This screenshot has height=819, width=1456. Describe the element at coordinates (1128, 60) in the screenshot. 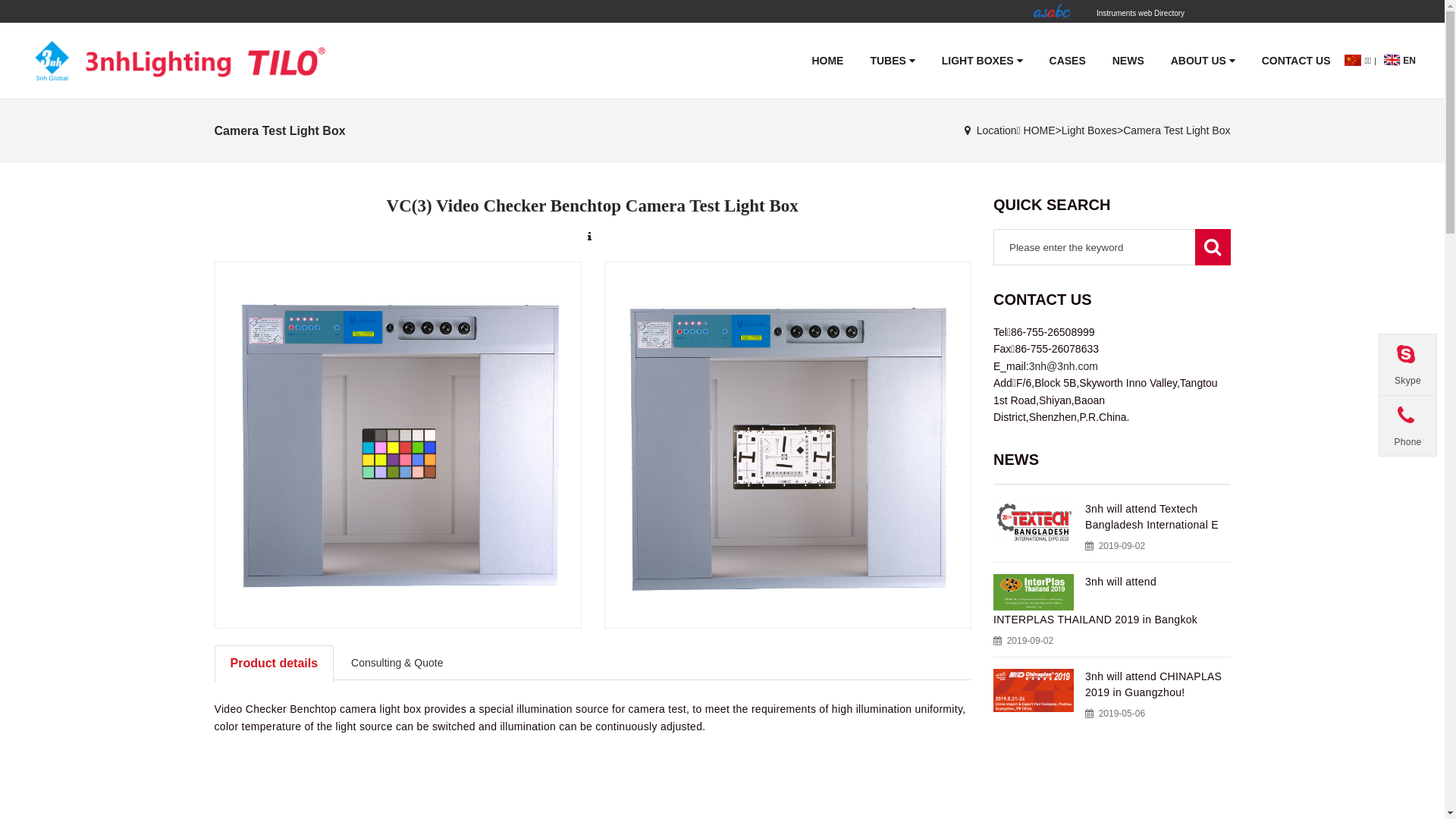

I see `'NEWS'` at that location.